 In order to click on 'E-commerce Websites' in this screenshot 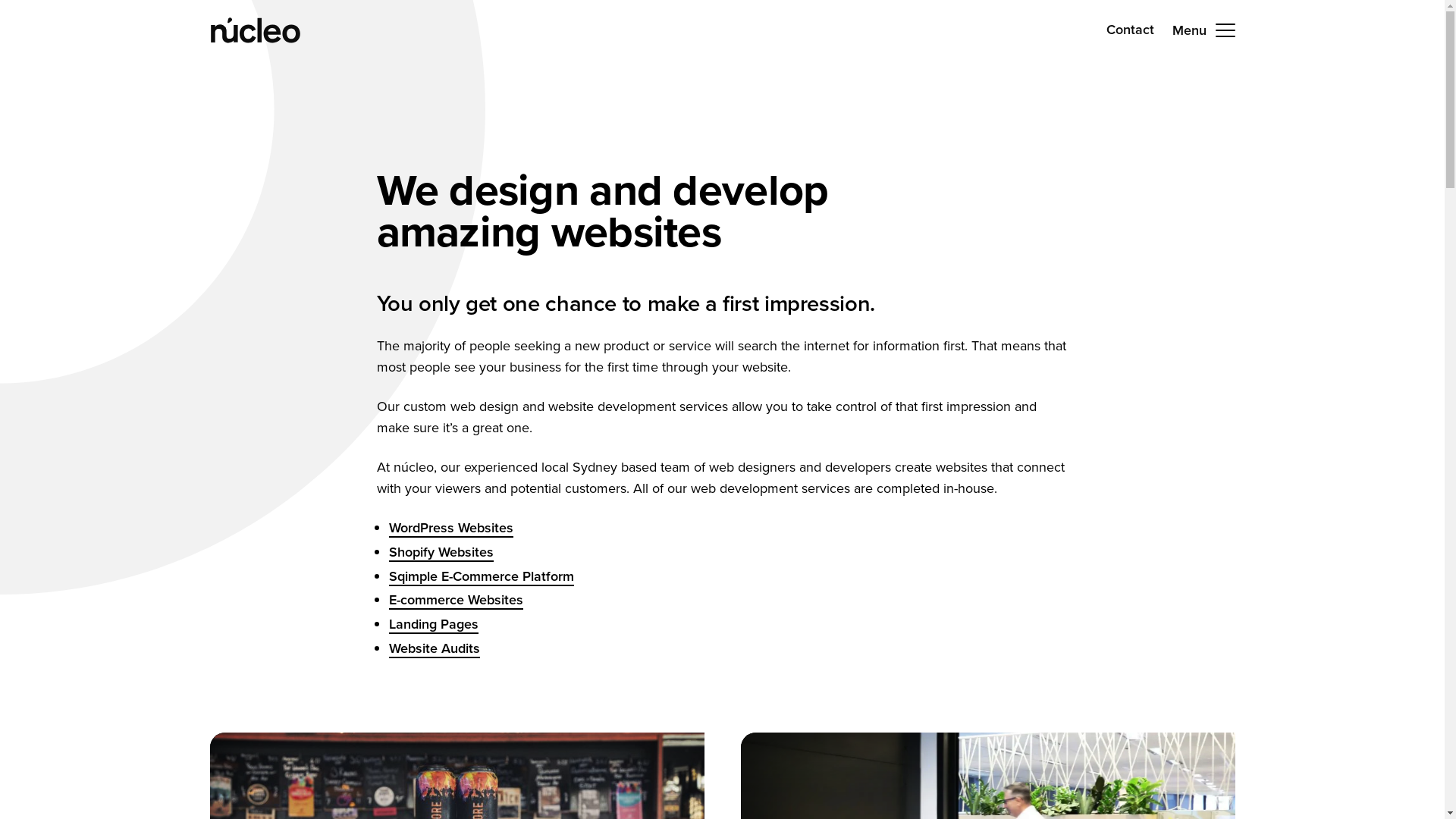, I will do `click(454, 598)`.